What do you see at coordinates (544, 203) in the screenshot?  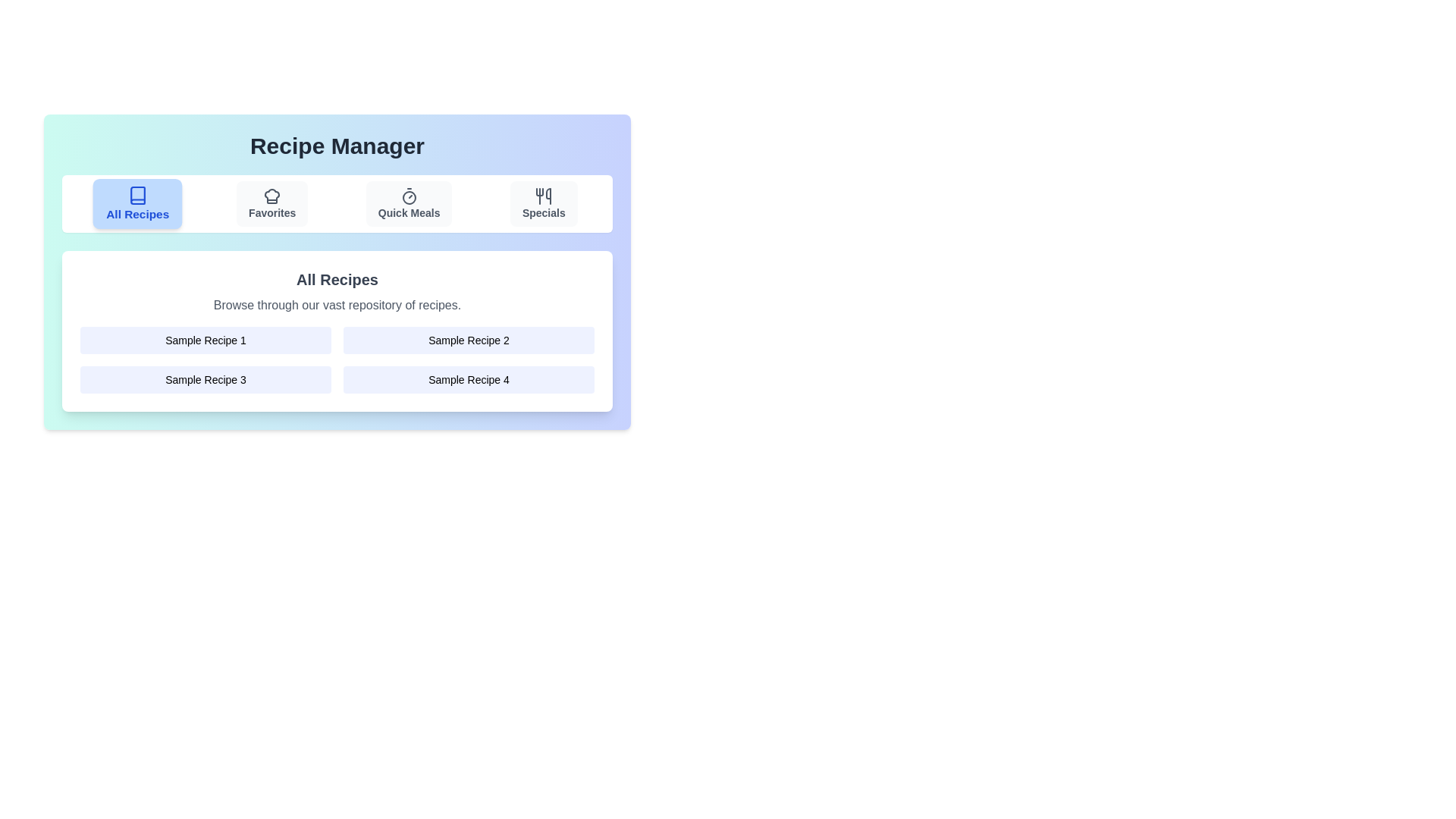 I see `the tab labeled Specials to switch to it` at bounding box center [544, 203].